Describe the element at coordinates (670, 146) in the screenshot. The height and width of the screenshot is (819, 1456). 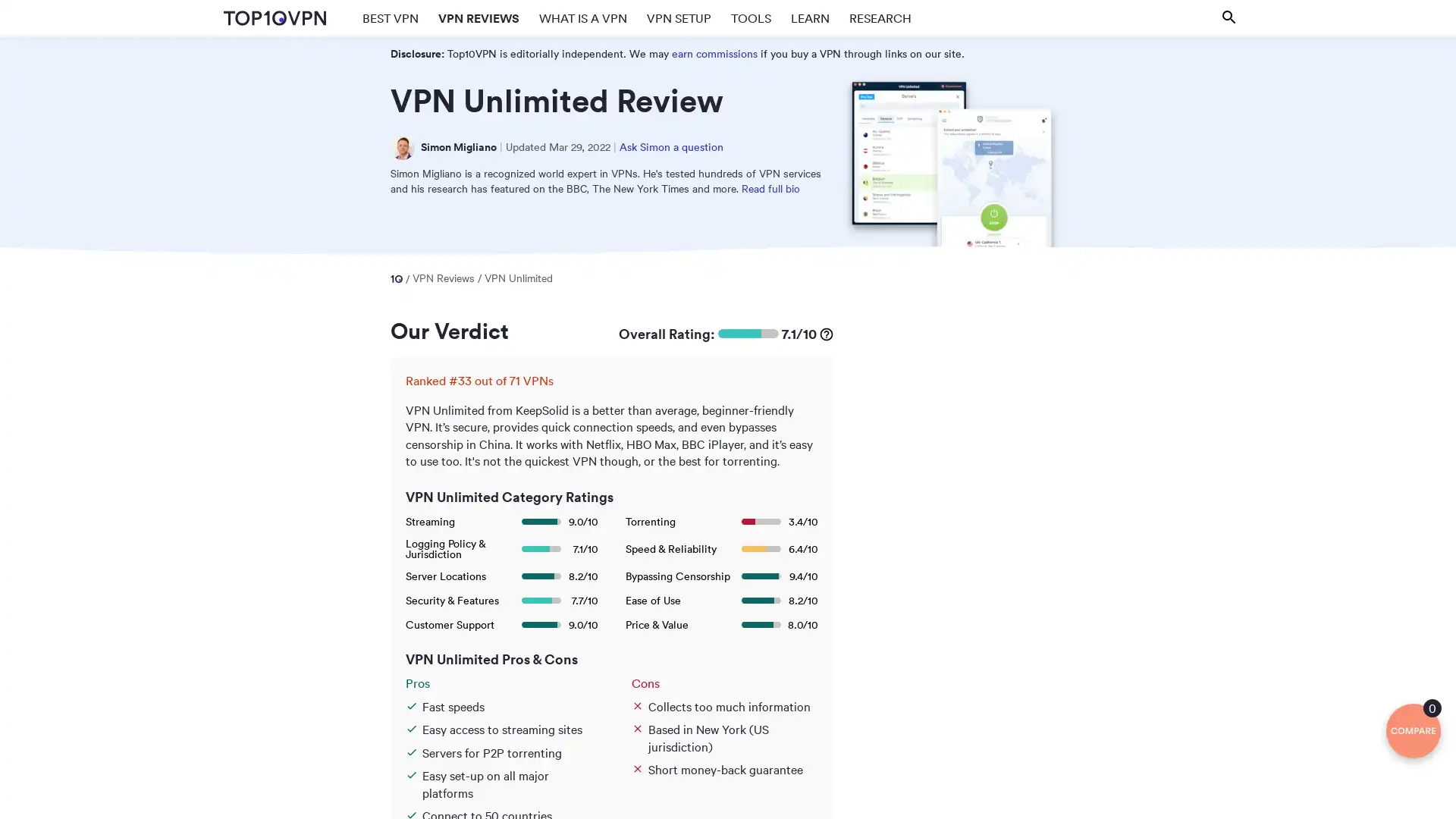
I see `Ask Simon a question` at that location.